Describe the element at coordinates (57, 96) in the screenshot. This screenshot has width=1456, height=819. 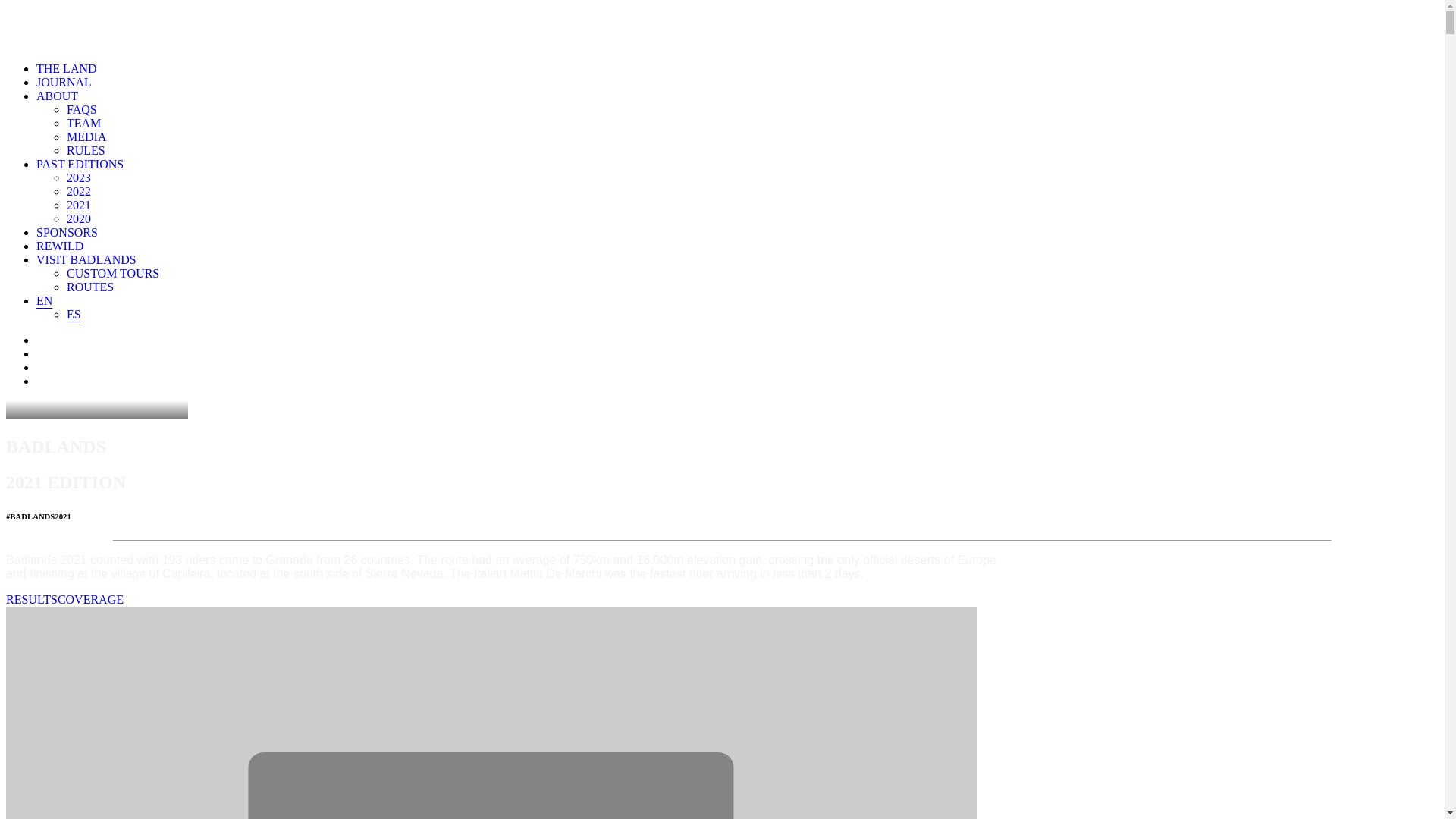
I see `'ABOUT'` at that location.